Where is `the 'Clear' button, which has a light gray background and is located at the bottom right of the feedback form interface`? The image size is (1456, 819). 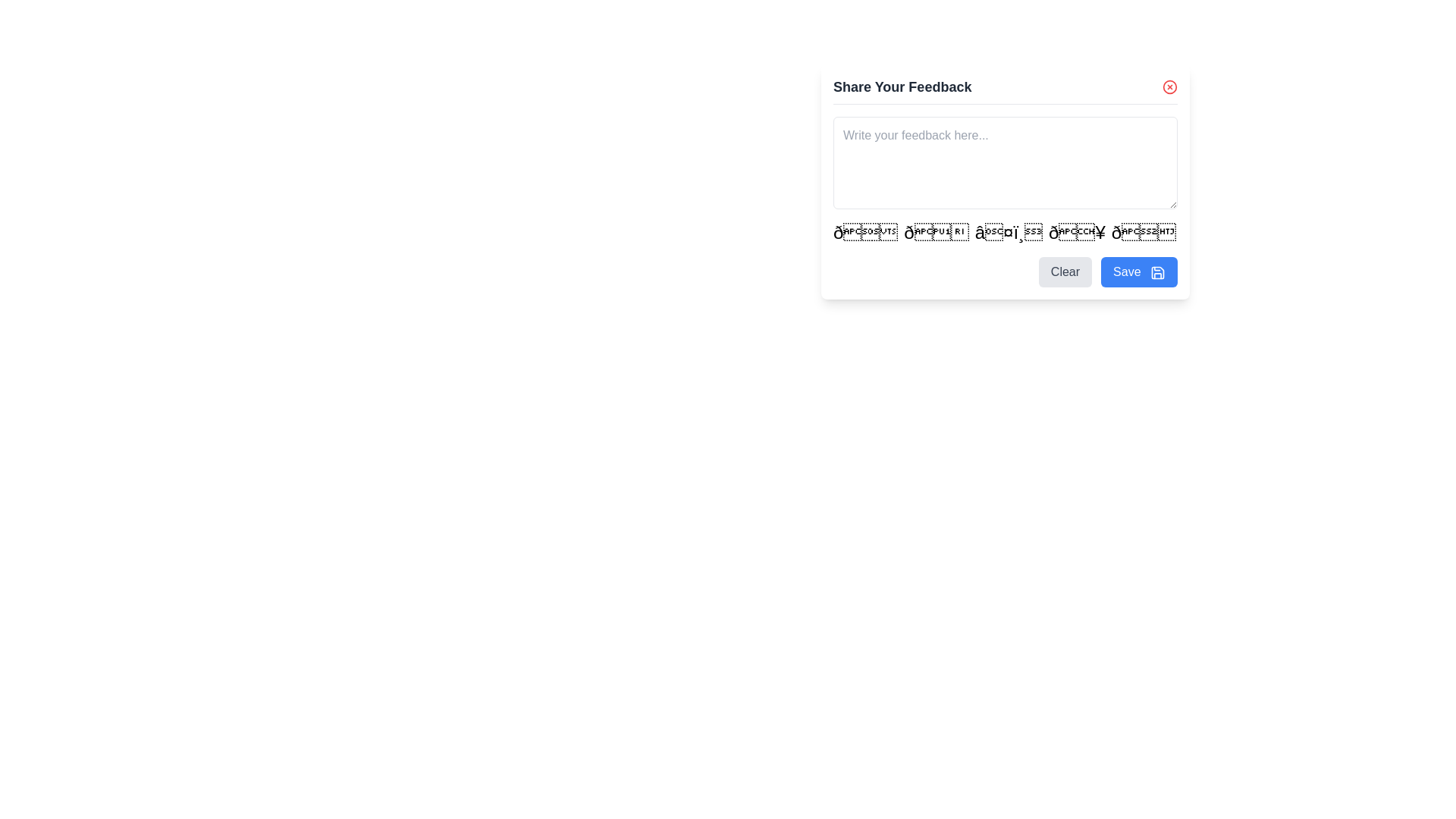
the 'Clear' button, which has a light gray background and is located at the bottom right of the feedback form interface is located at coordinates (1065, 271).